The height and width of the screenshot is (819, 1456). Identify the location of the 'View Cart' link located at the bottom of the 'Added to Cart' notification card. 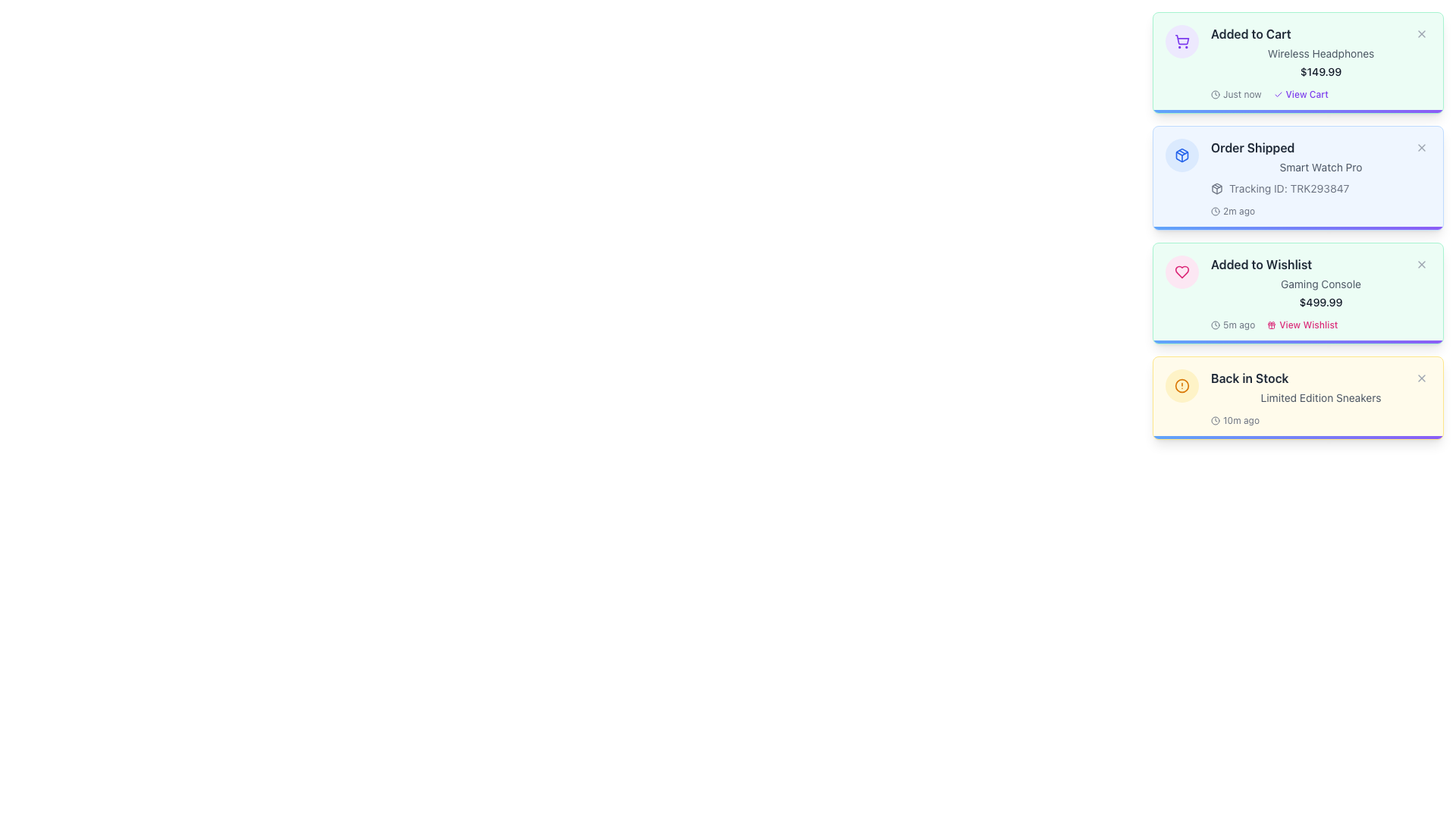
(1320, 94).